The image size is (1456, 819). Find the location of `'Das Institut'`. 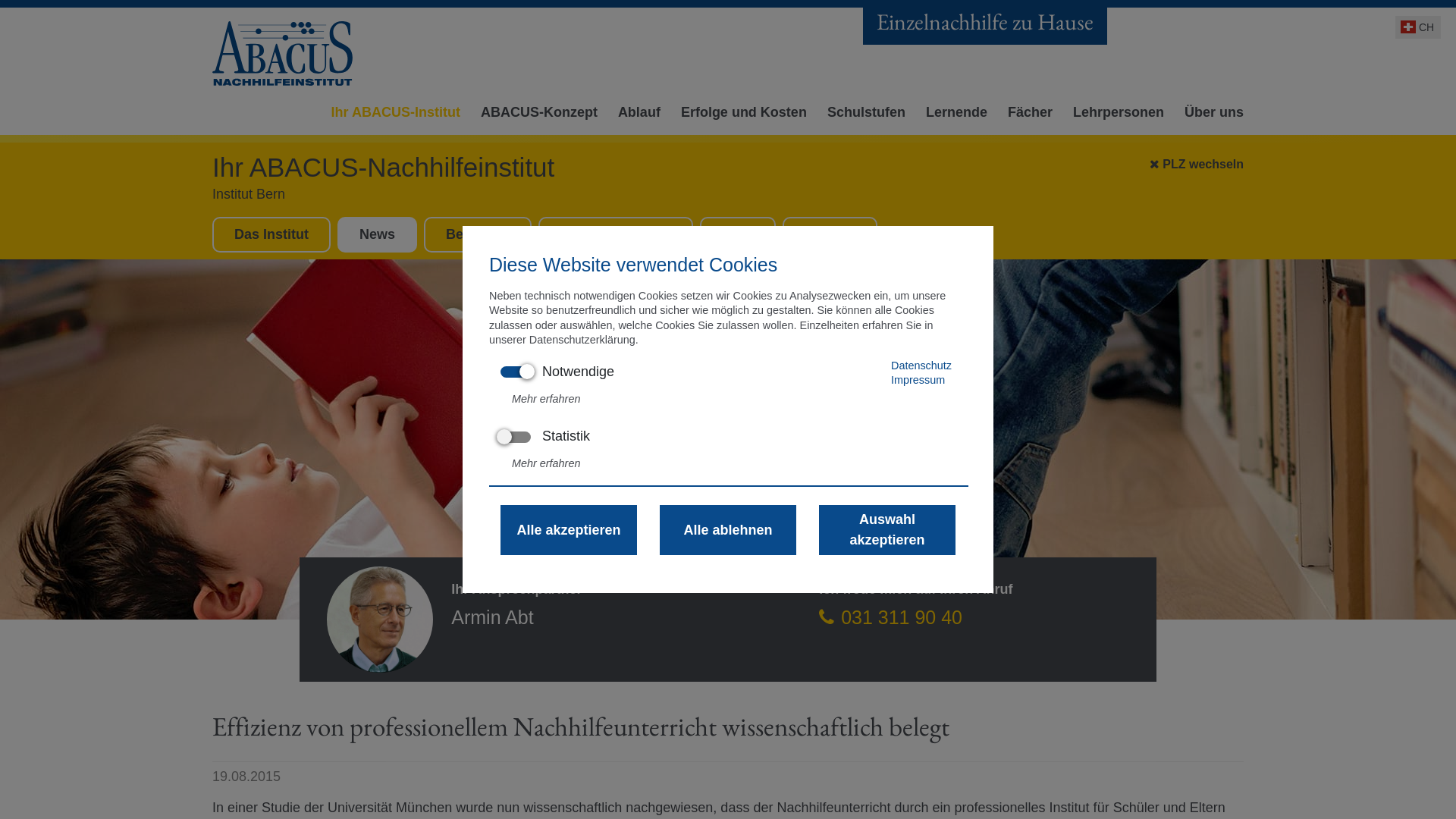

'Das Institut' is located at coordinates (271, 234).